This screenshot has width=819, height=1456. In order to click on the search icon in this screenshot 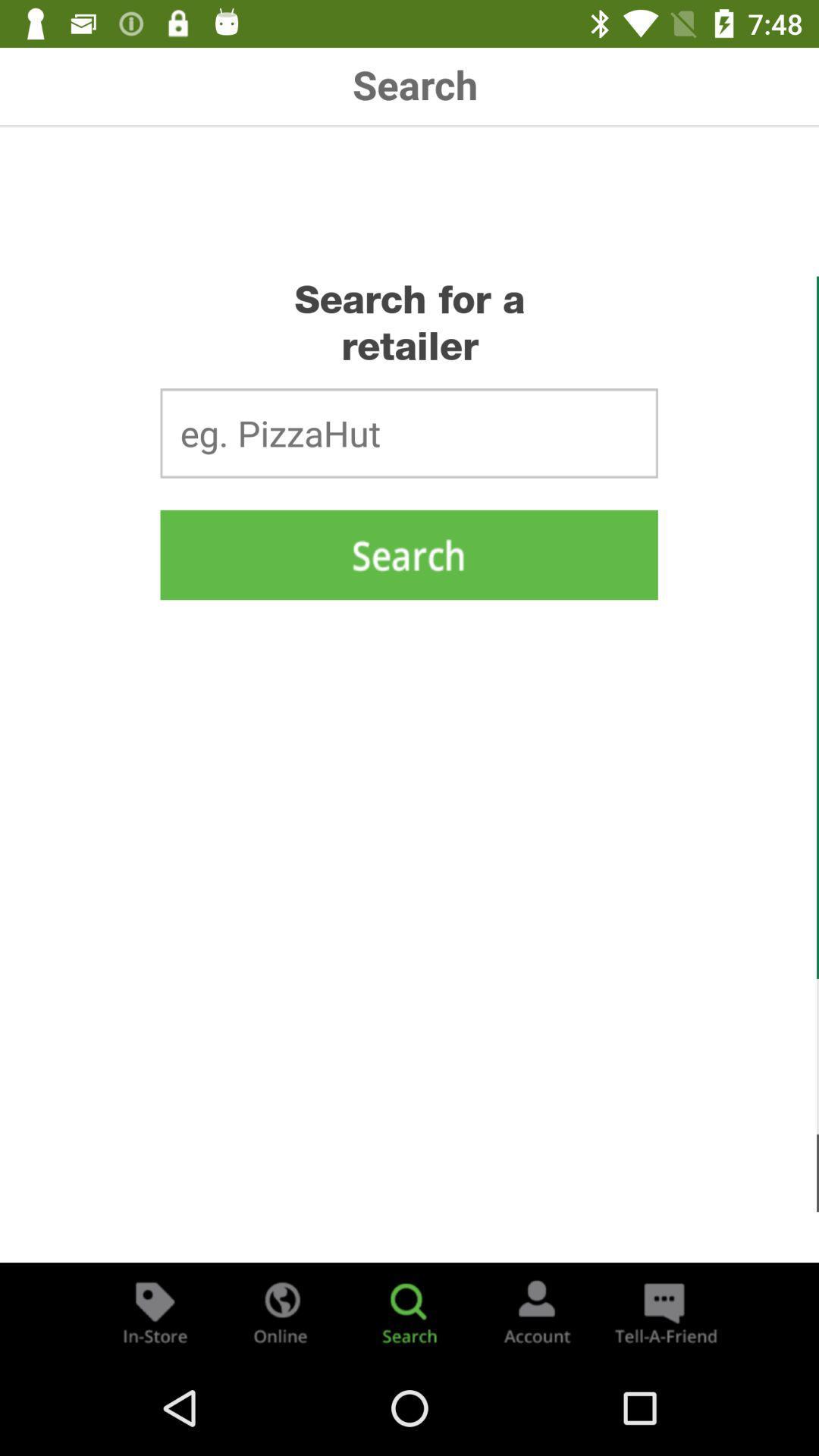, I will do `click(409, 1310)`.